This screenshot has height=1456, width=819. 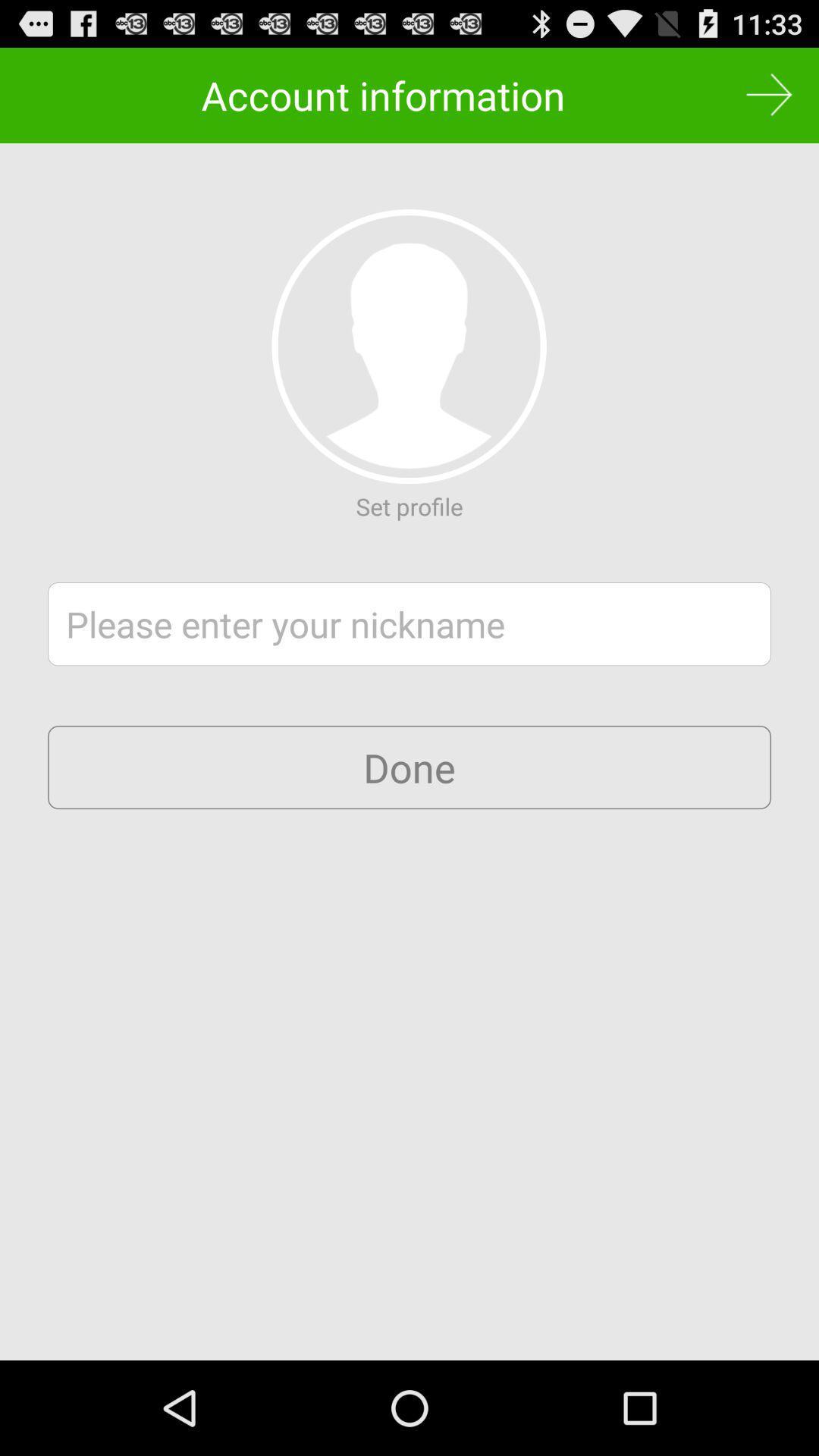 I want to click on set profile photo, so click(x=408, y=346).